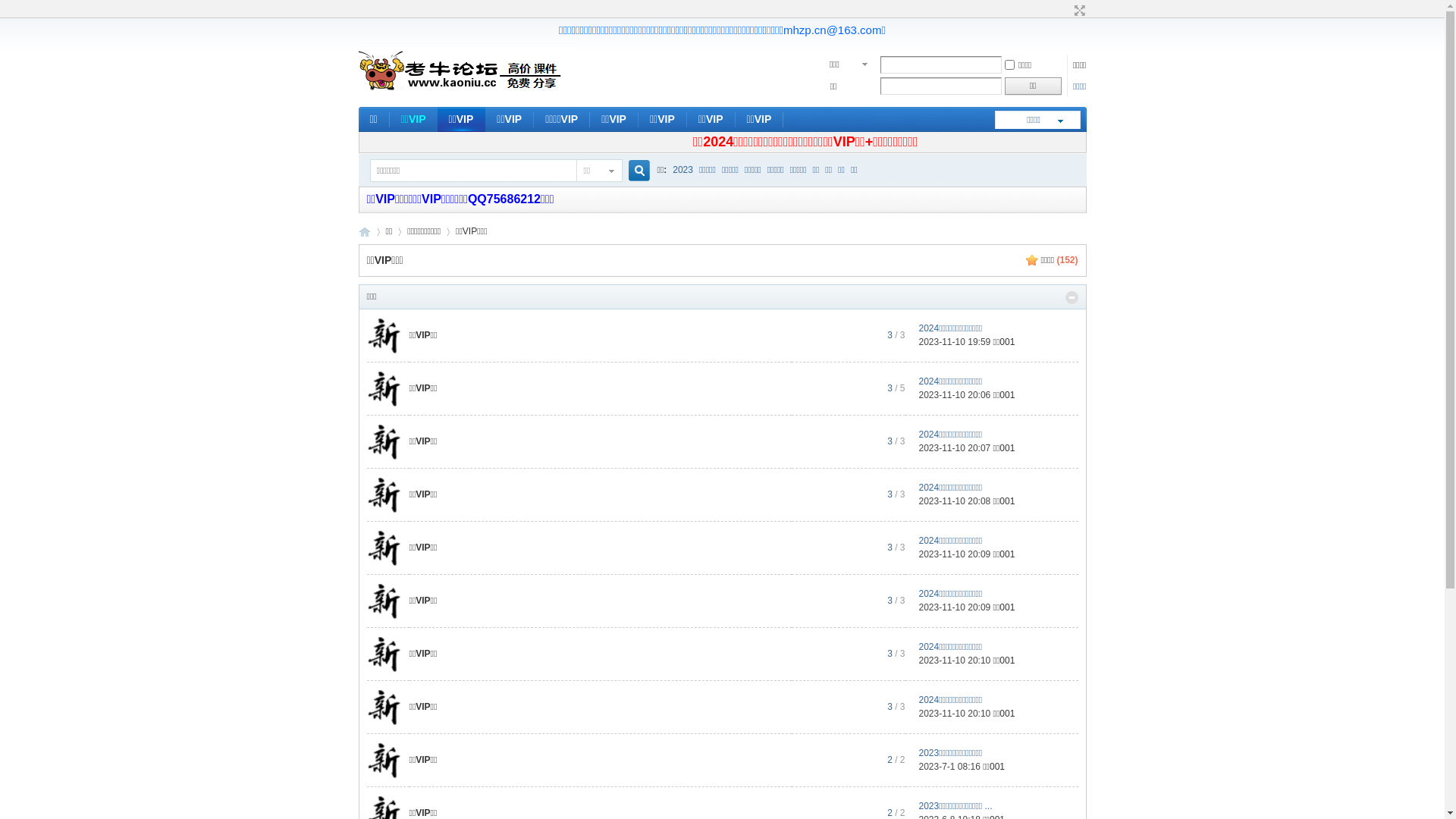 Image resolution: width=1456 pixels, height=819 pixels. What do you see at coordinates (682, 169) in the screenshot?
I see `'2023'` at bounding box center [682, 169].